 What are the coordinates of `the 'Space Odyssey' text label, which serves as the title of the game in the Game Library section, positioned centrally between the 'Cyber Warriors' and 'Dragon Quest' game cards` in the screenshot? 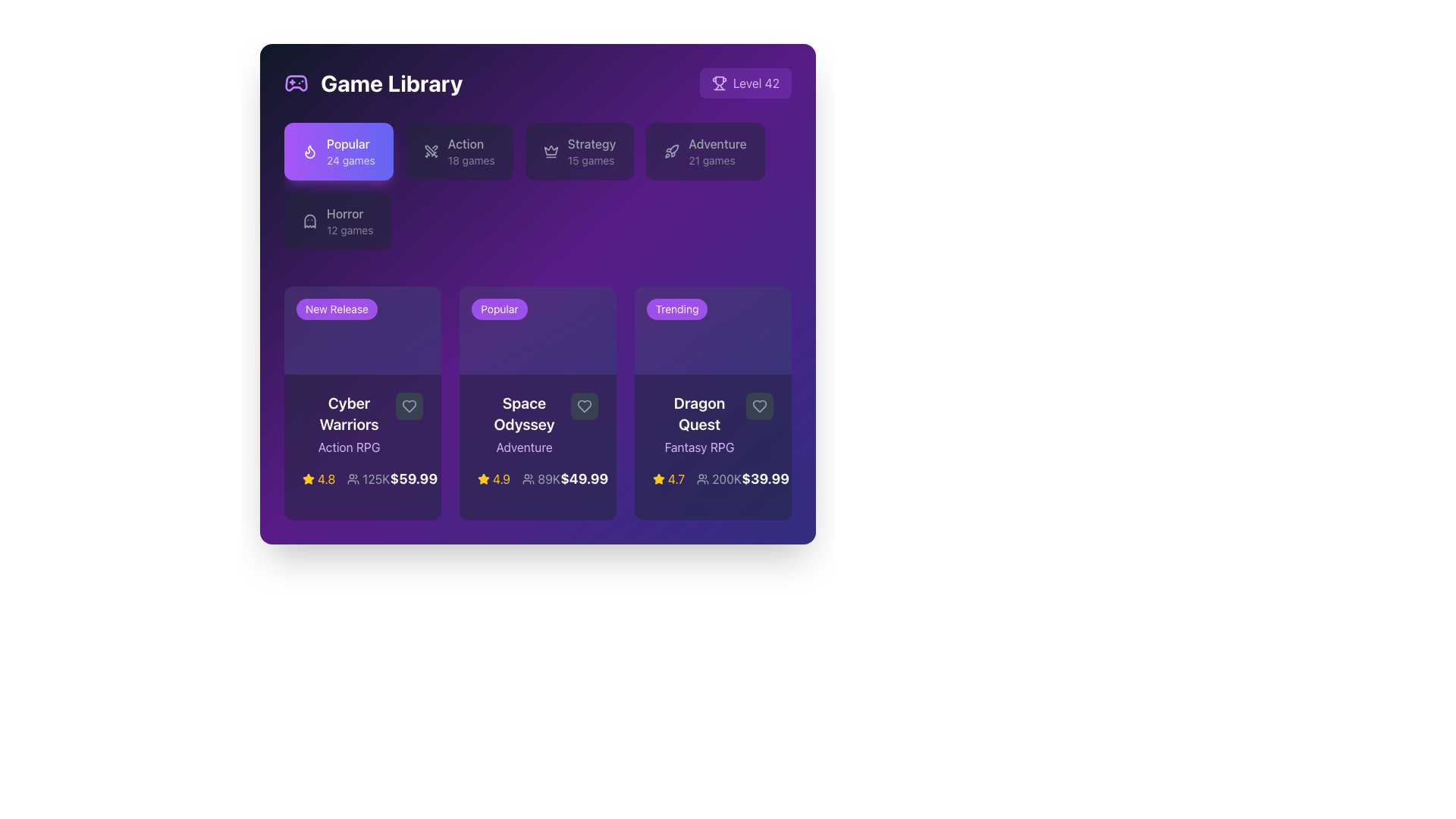 It's located at (524, 414).